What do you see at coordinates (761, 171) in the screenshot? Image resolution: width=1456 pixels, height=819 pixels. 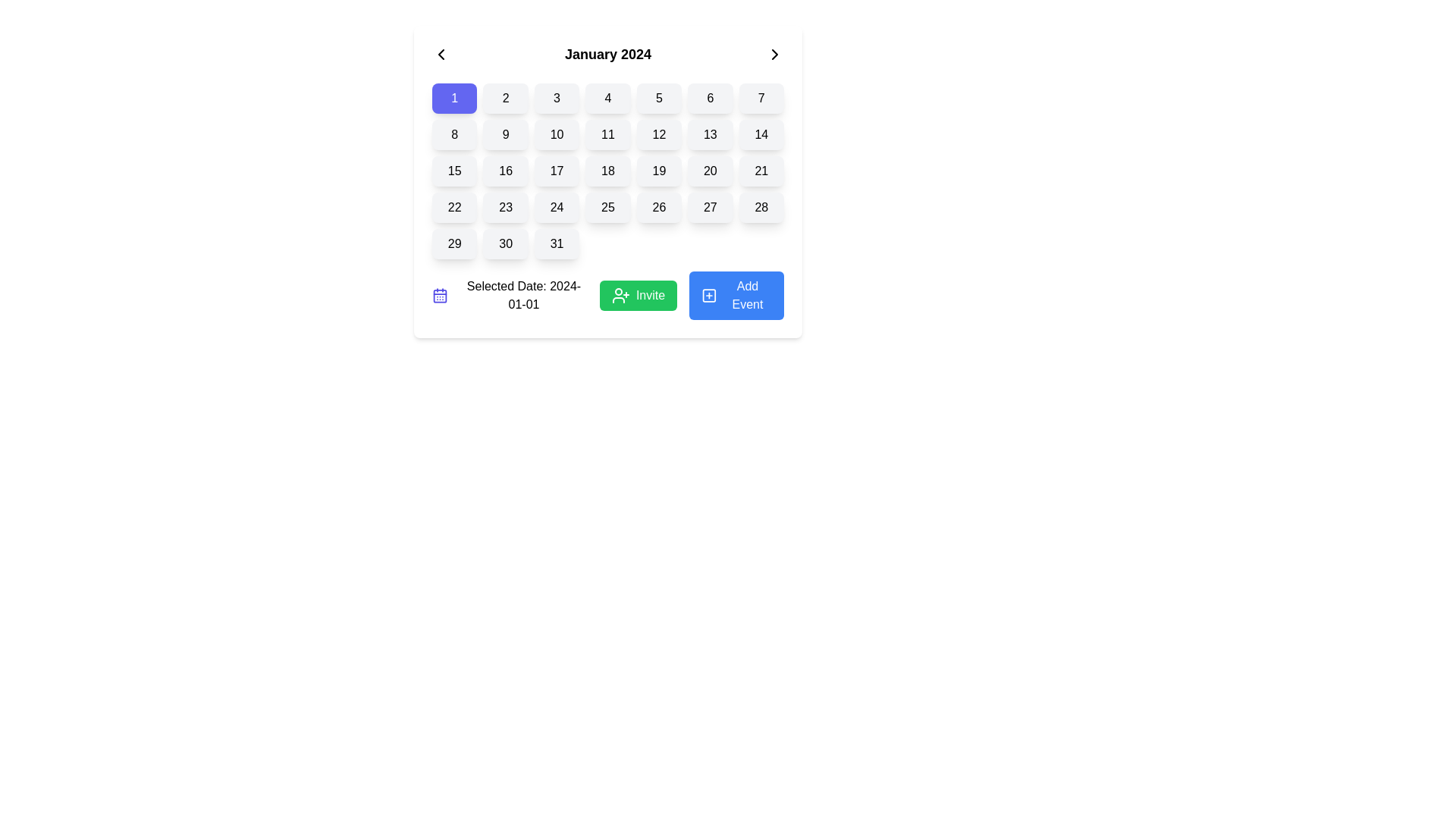 I see `the 21st day in the calendar view, which is located in the third row and seventh column of the calendar grid` at bounding box center [761, 171].